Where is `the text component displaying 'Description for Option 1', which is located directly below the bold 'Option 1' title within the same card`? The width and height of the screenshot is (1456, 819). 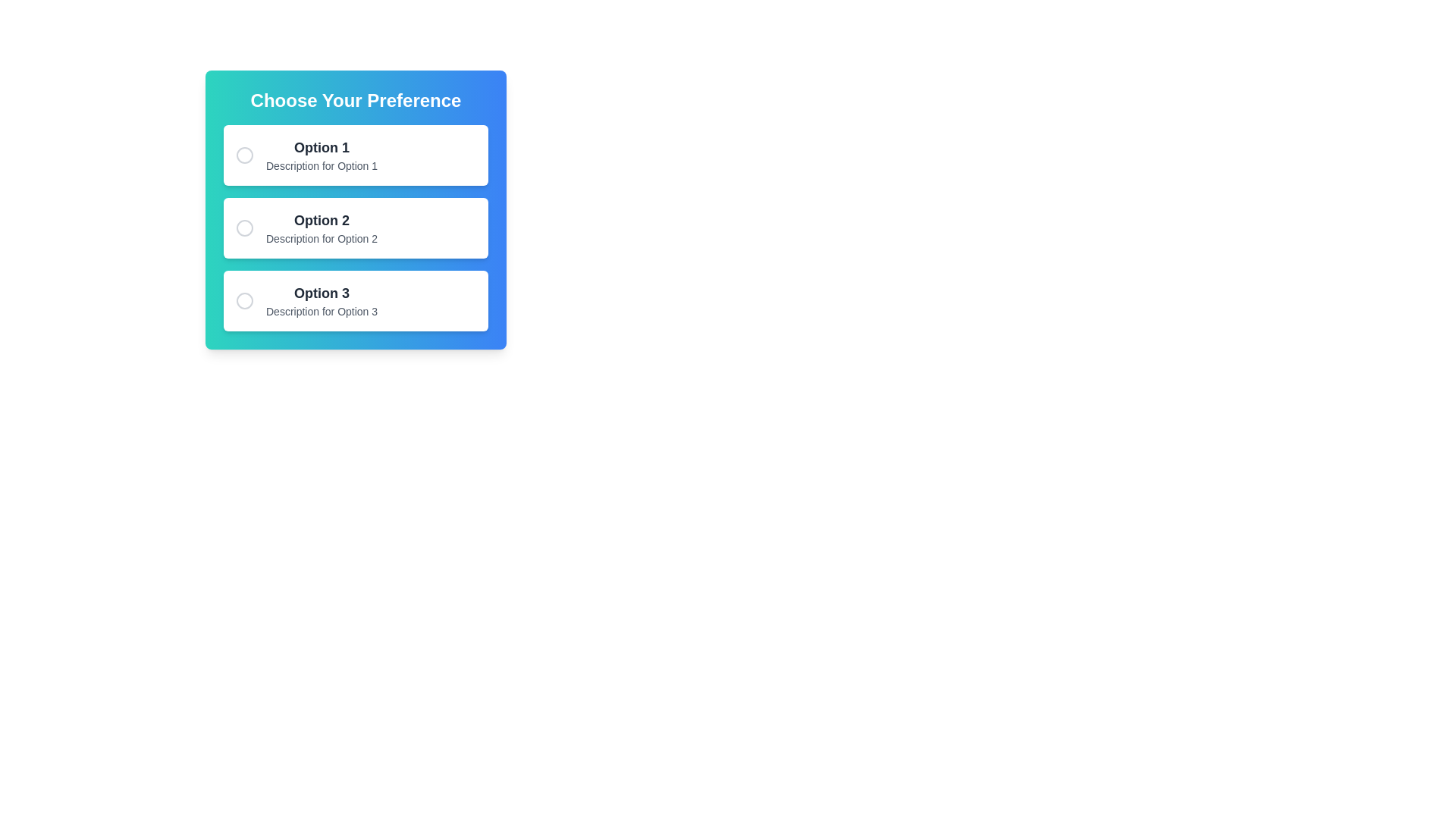
the text component displaying 'Description for Option 1', which is located directly below the bold 'Option 1' title within the same card is located at coordinates (321, 166).